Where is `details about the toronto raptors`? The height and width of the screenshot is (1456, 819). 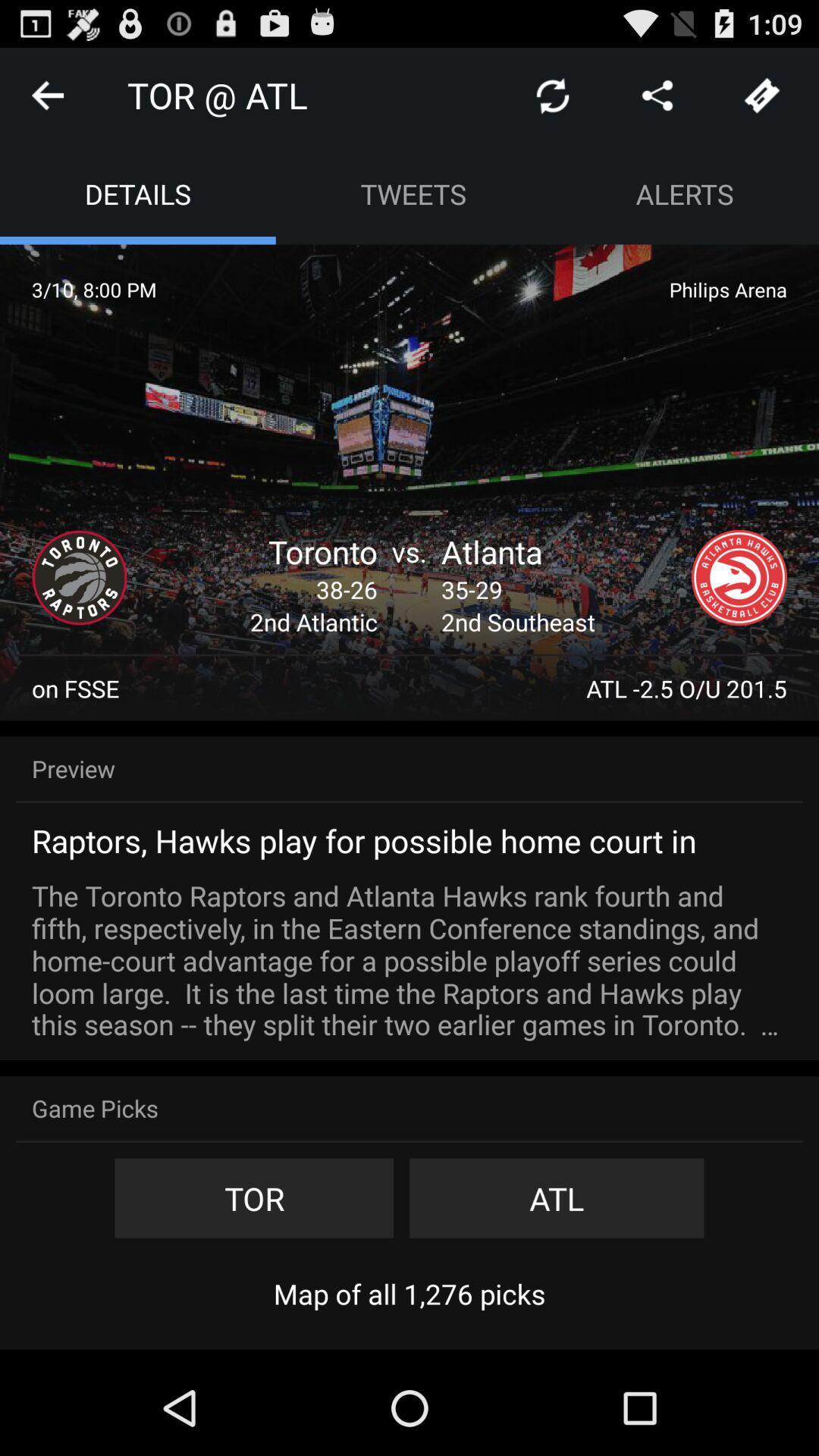
details about the toronto raptors is located at coordinates (79, 577).